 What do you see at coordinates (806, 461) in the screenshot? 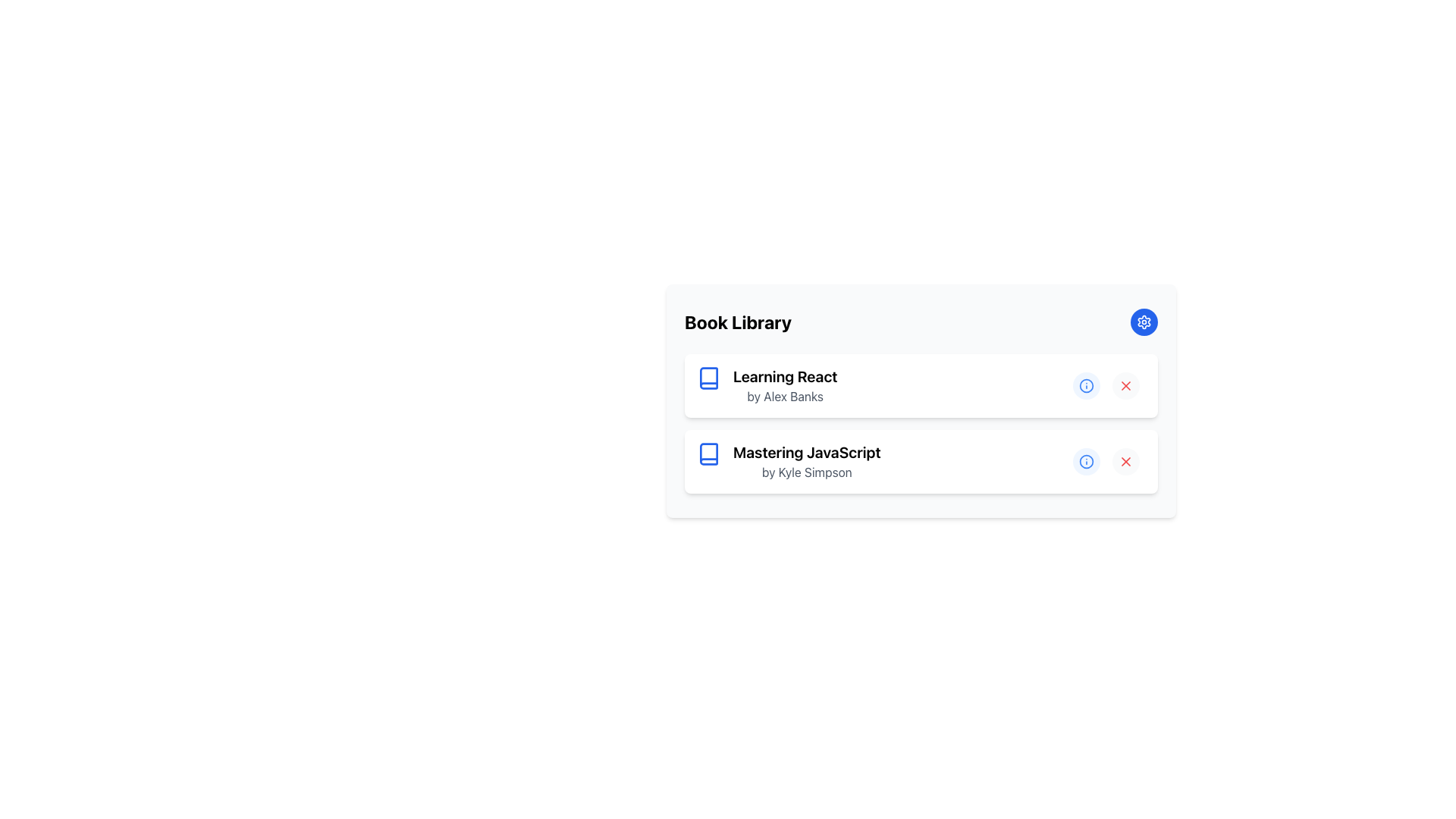
I see `the text component displaying the title 'Mastering JavaScript' by Kyle Simpson, located in the Book Library section, below 'Learning React'` at bounding box center [806, 461].